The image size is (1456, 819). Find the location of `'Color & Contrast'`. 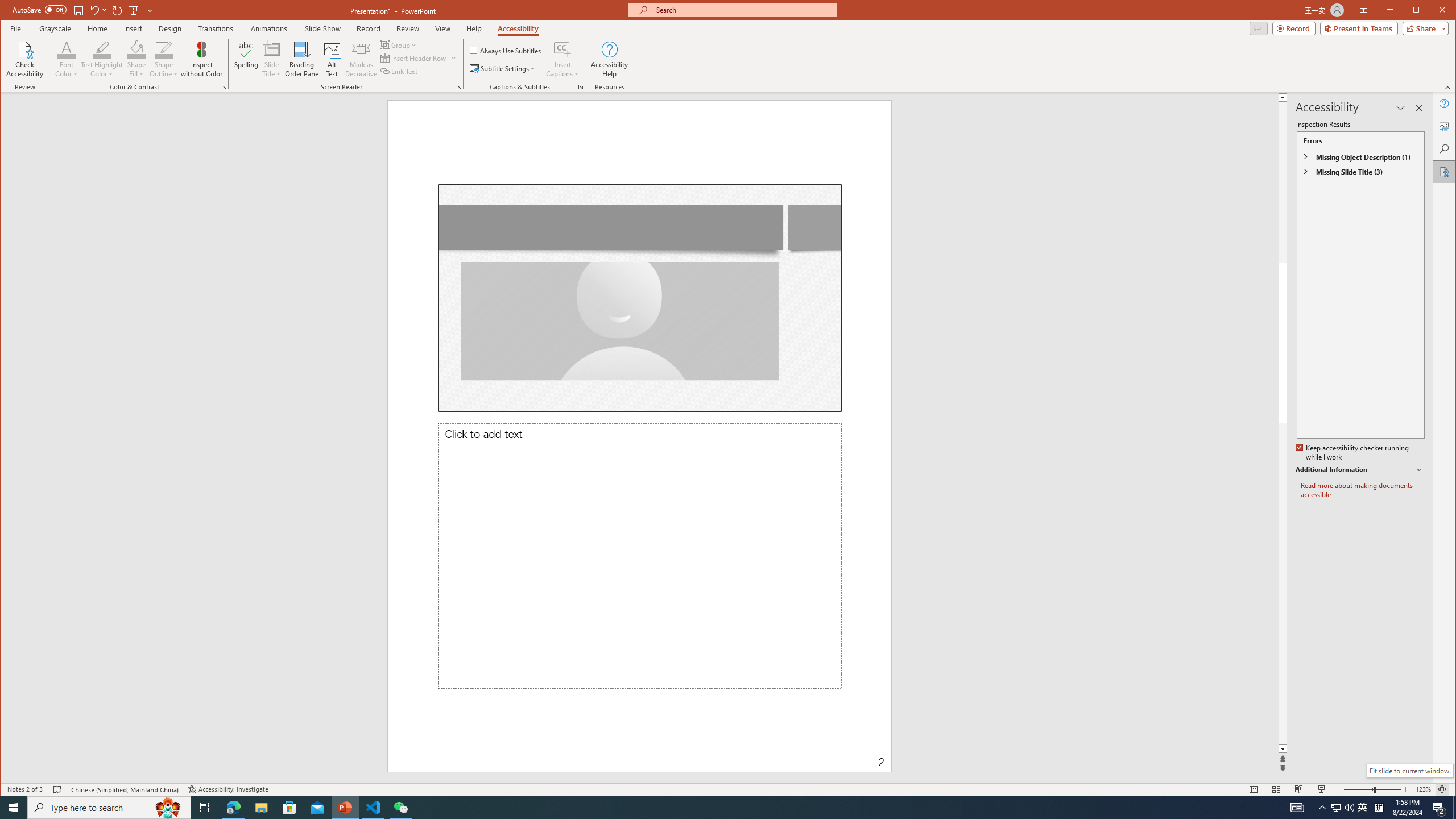

'Color & Contrast' is located at coordinates (224, 87).